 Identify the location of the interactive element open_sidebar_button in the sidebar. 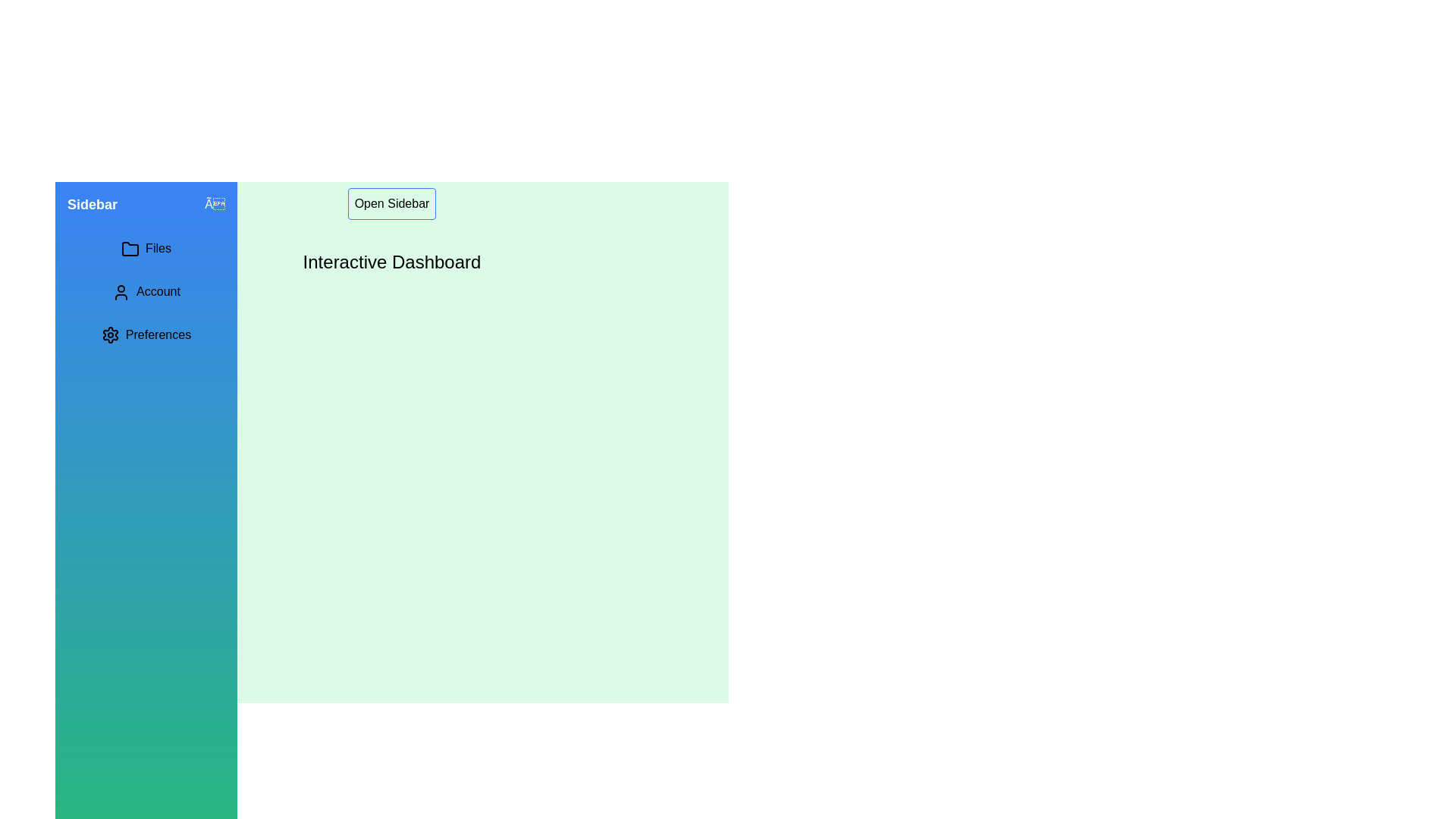
(392, 203).